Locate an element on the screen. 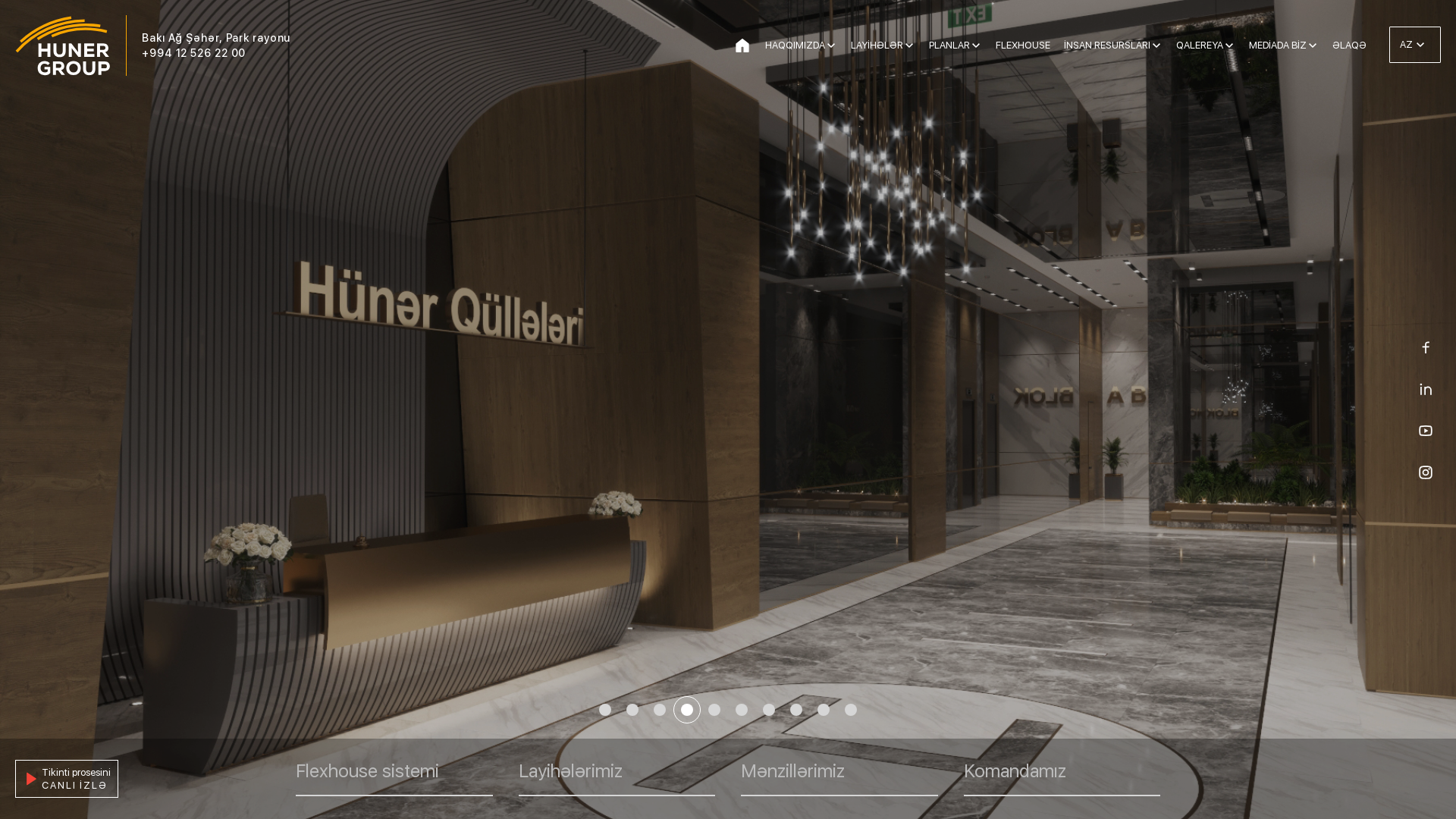  '8' is located at coordinates (795, 710).